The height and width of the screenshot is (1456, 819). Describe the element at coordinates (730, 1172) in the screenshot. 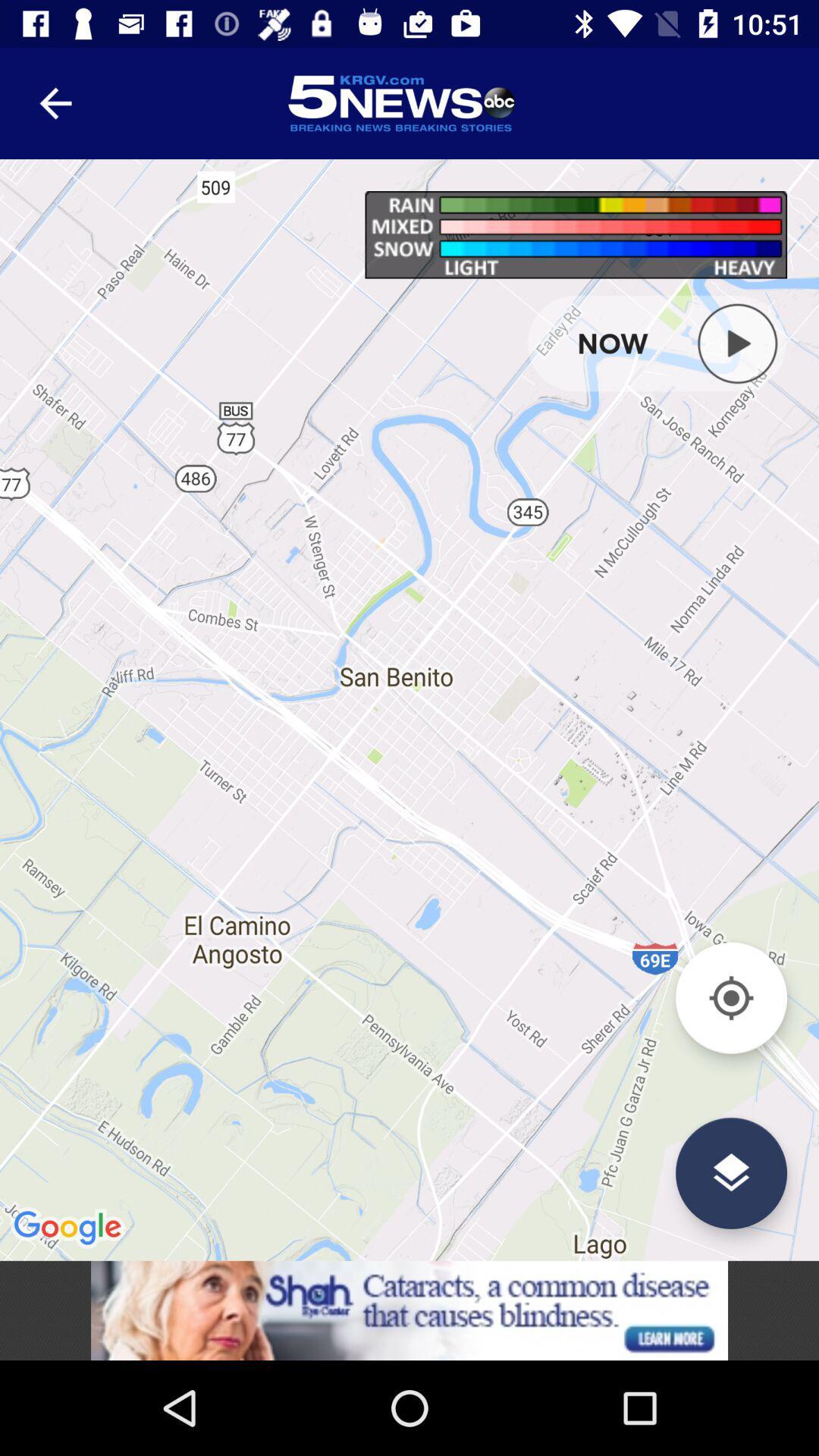

I see `the layers icon` at that location.